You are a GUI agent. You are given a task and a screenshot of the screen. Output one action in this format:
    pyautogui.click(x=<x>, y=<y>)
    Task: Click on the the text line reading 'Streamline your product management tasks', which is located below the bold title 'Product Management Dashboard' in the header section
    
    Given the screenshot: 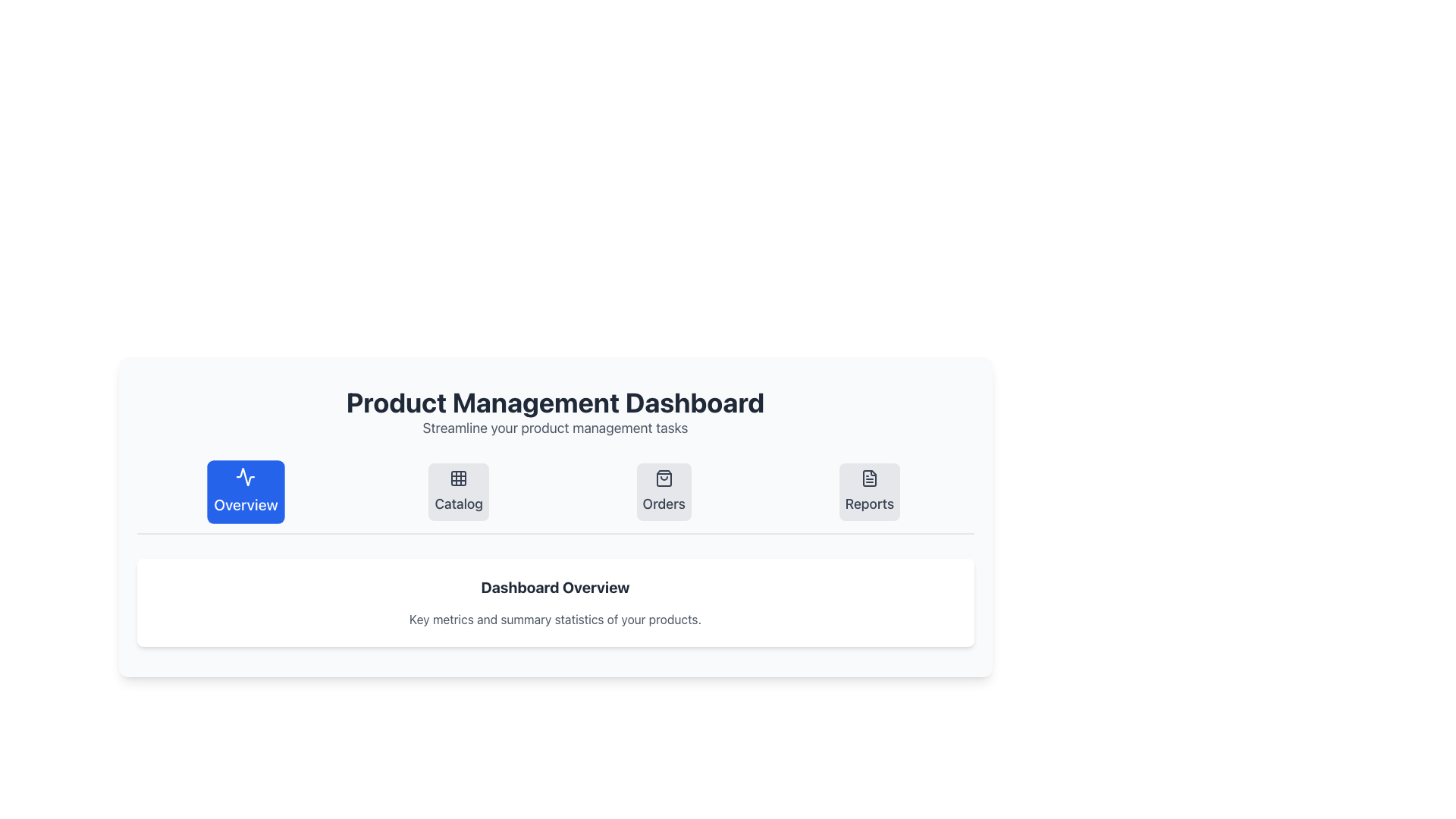 What is the action you would take?
    pyautogui.click(x=554, y=428)
    